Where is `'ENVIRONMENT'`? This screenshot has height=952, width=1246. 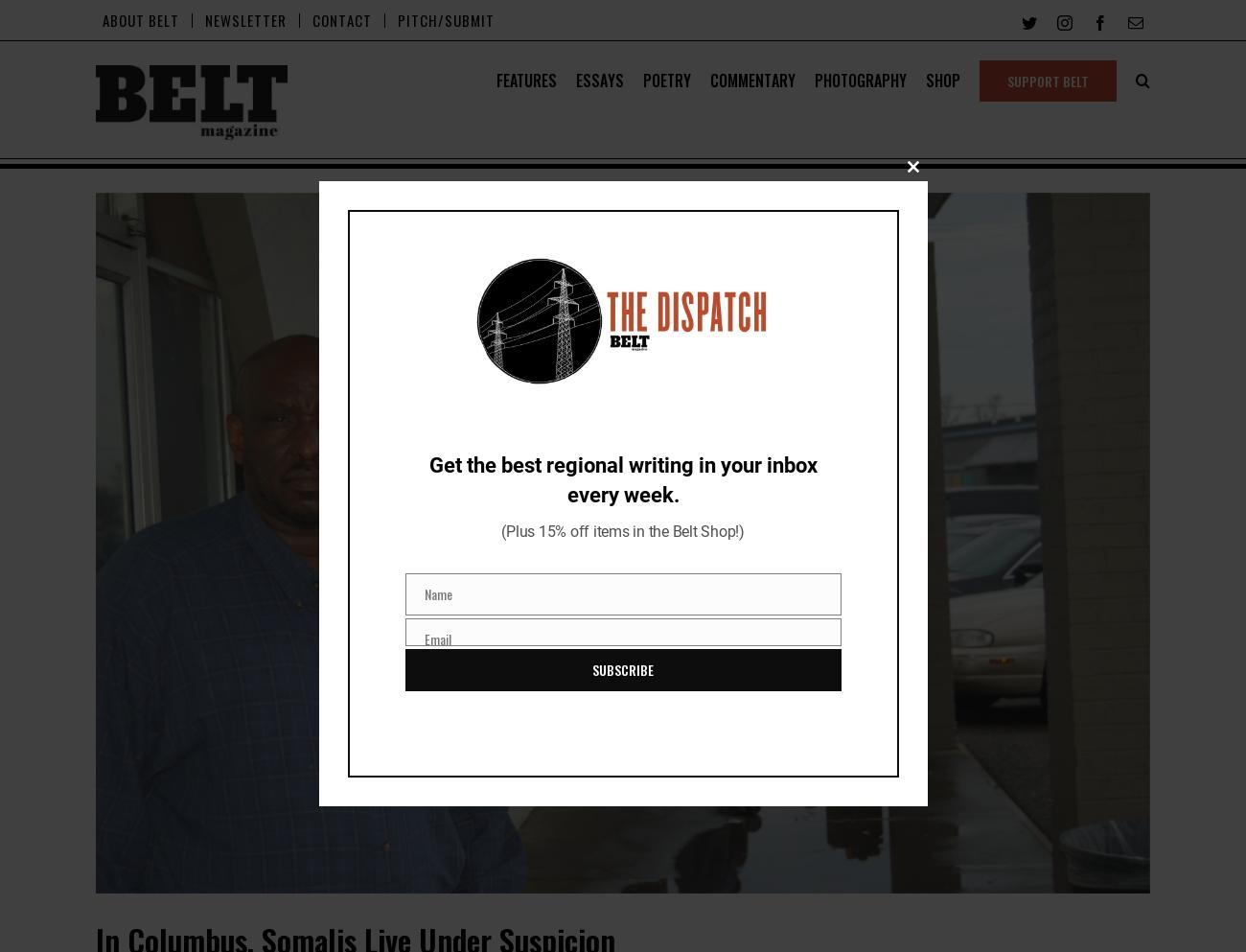
'ENVIRONMENT' is located at coordinates (515, 287).